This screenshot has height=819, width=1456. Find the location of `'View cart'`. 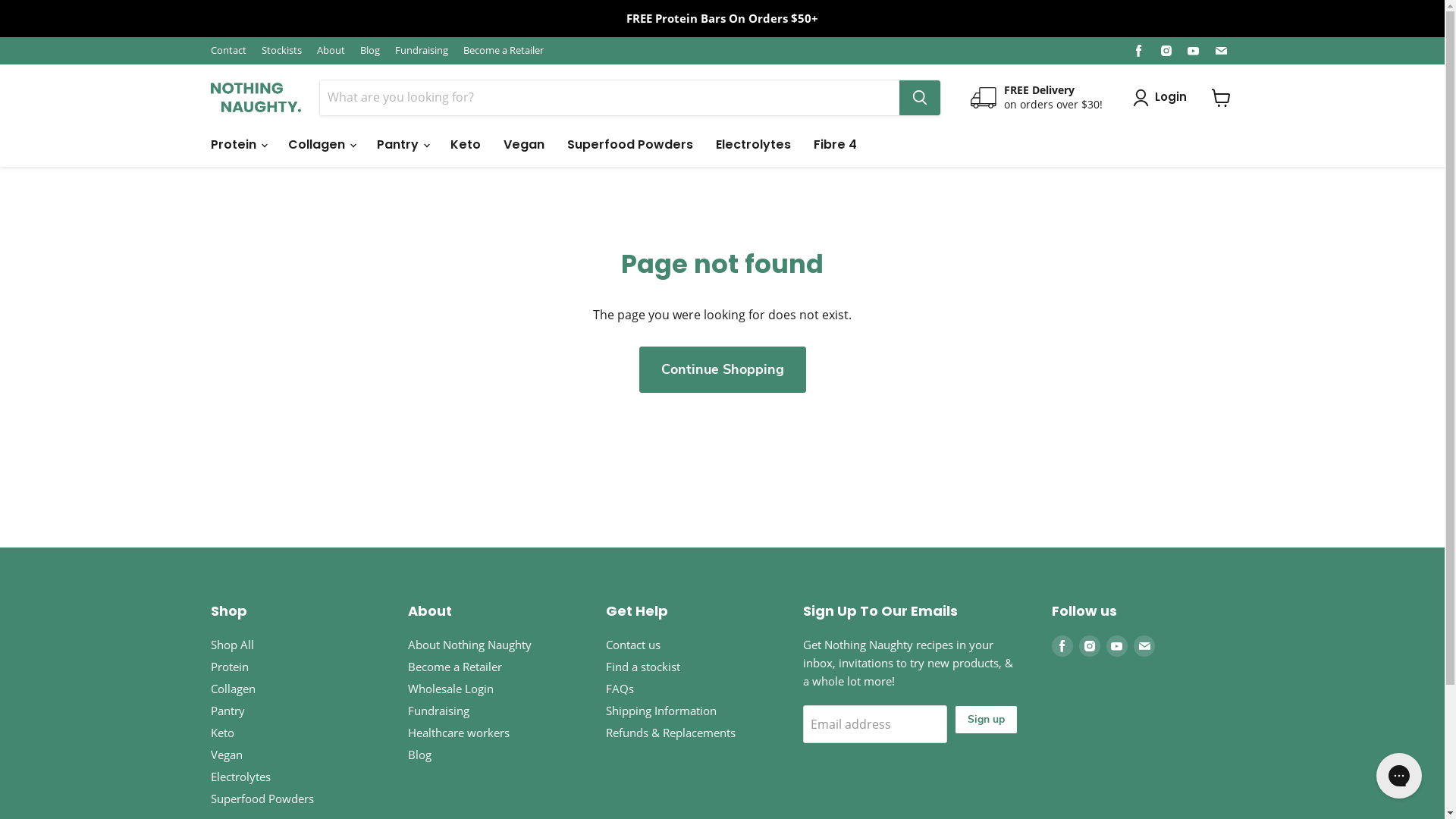

'View cart' is located at coordinates (1221, 96).